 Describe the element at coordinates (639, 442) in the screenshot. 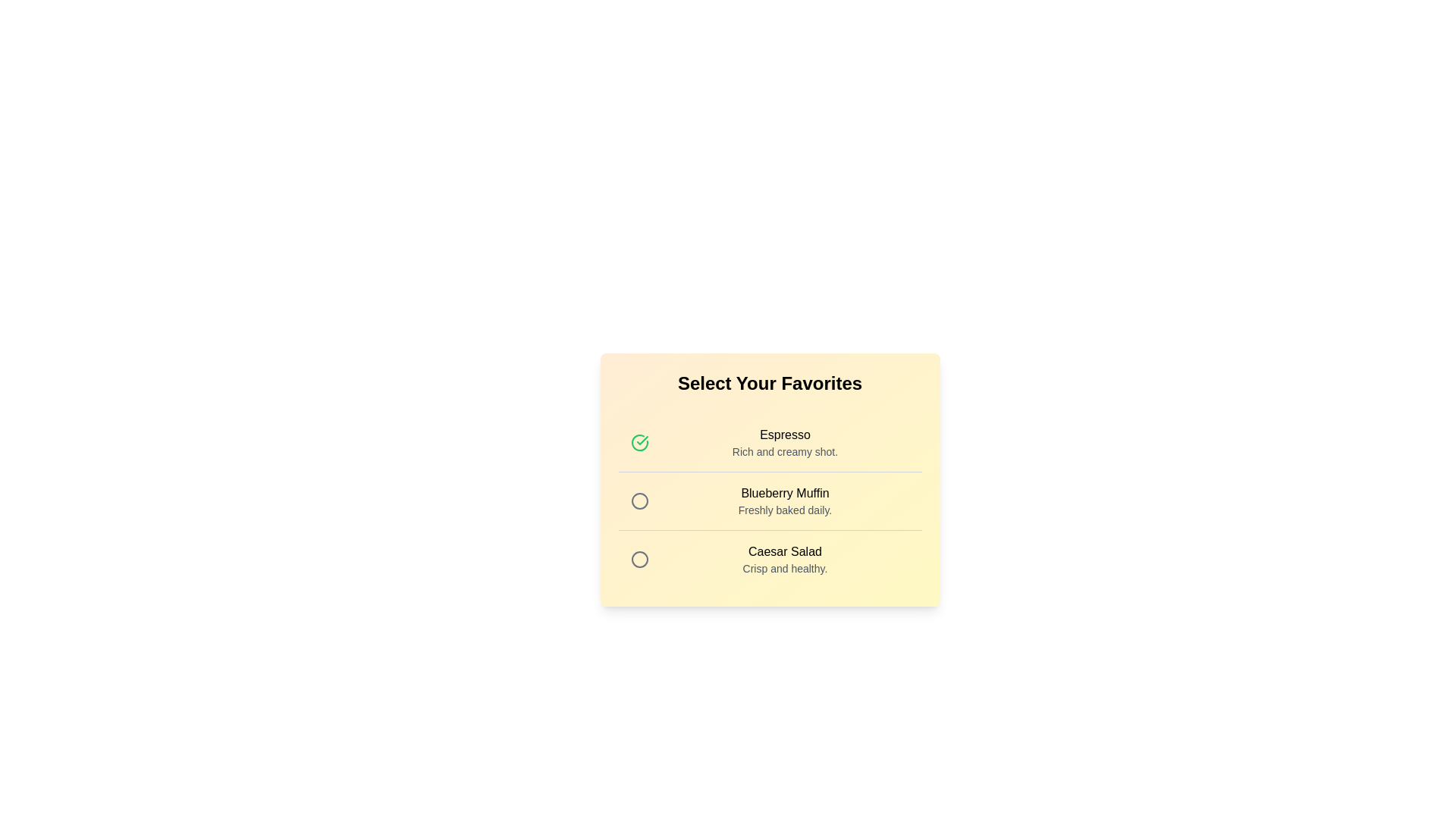

I see `the menu item Espresso` at that location.